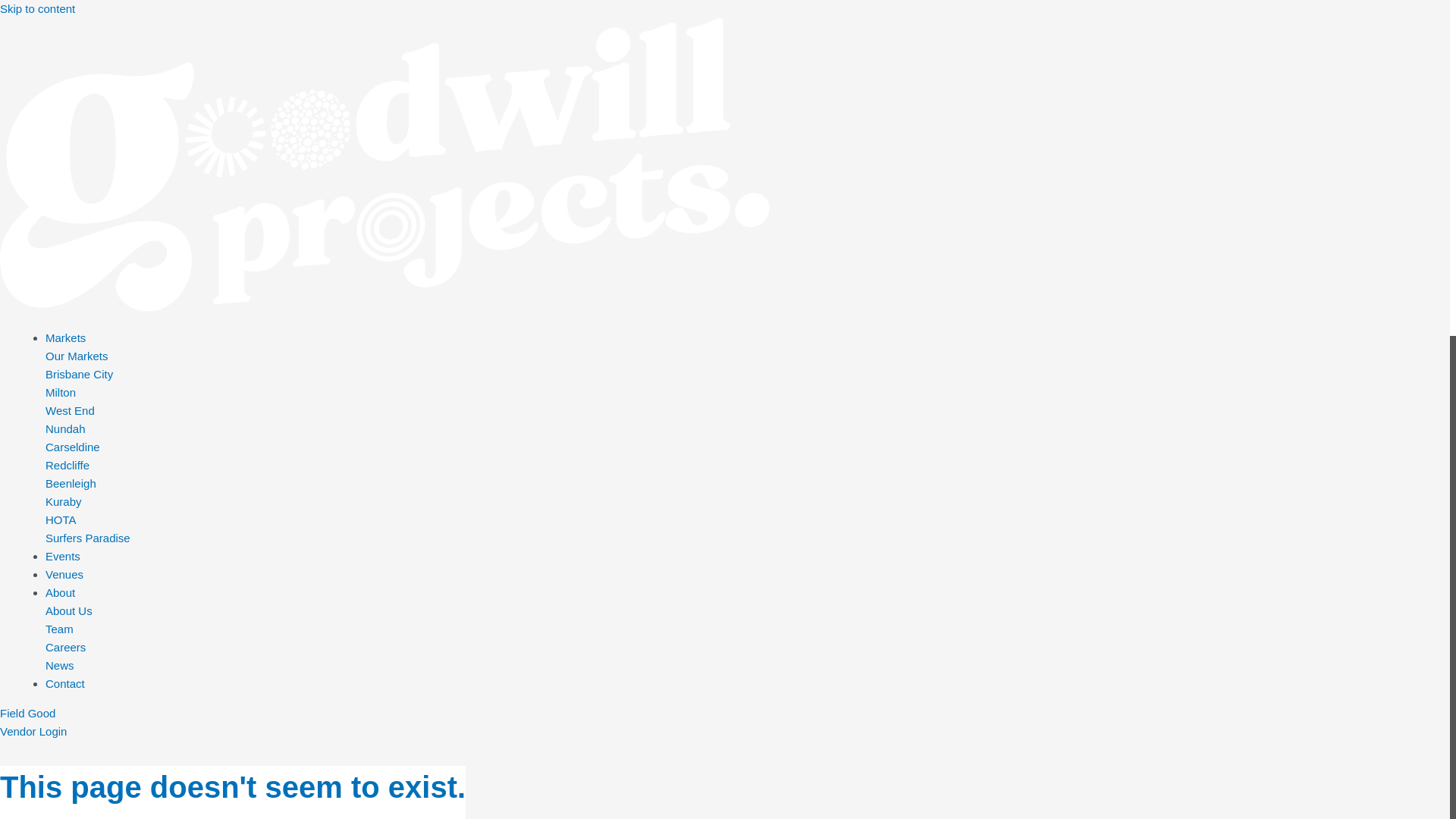  What do you see at coordinates (45, 374) in the screenshot?
I see `'Brisbane City'` at bounding box center [45, 374].